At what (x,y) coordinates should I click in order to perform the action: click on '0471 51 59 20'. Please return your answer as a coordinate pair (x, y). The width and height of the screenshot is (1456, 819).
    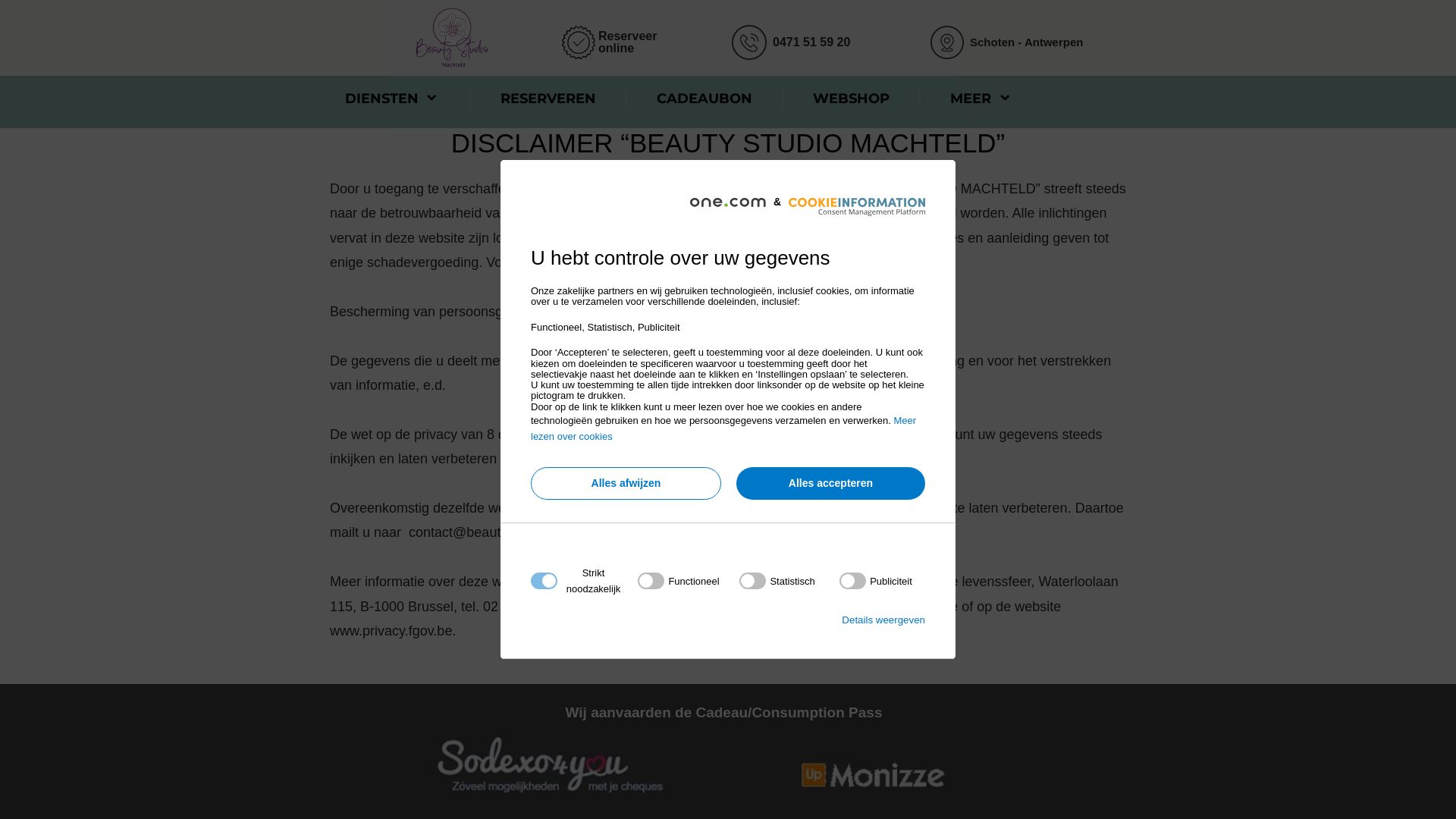
    Looking at the image, I should click on (811, 40).